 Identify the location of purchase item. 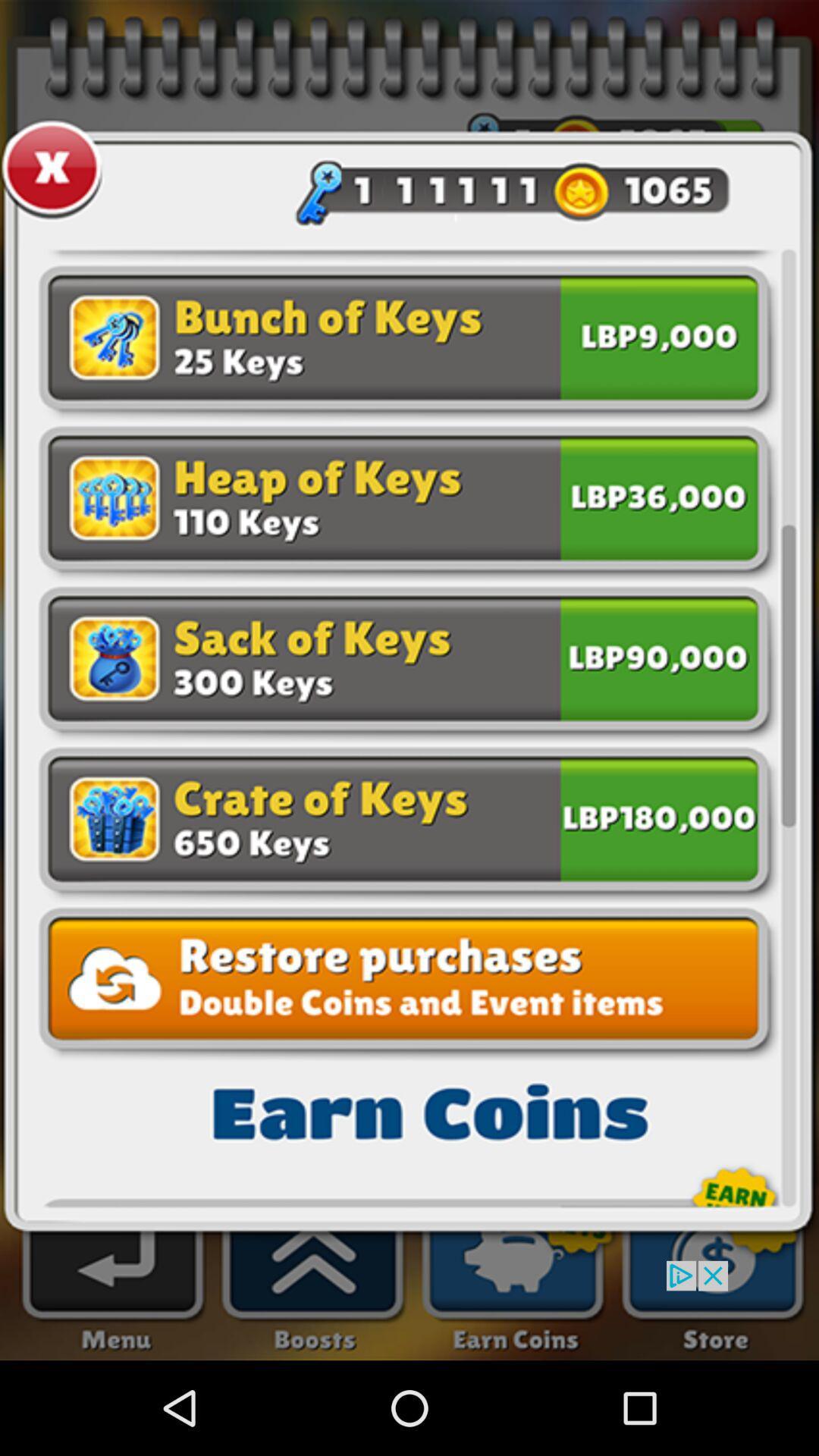
(658, 815).